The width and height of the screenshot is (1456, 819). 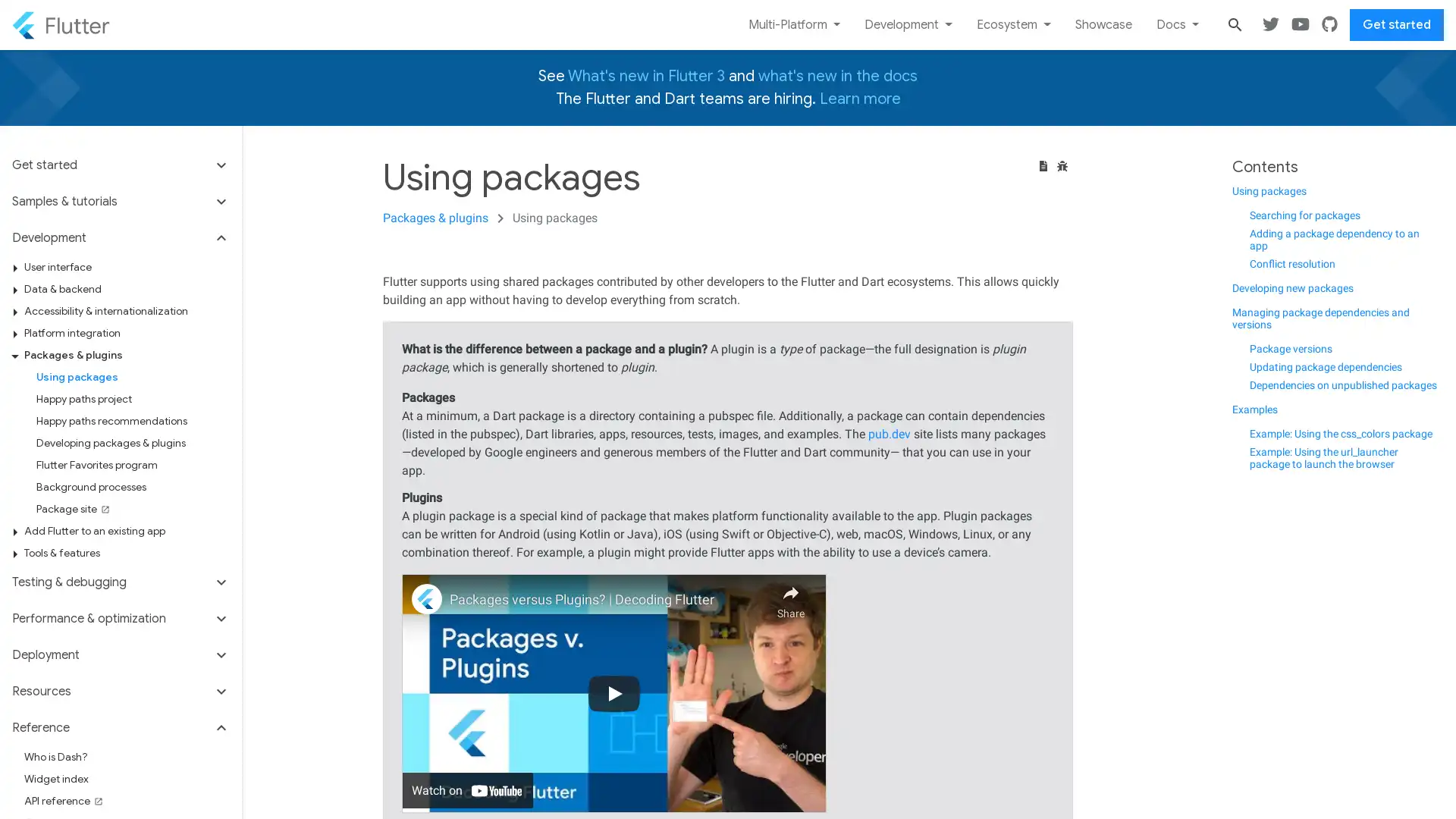 I want to click on Get started keyboard_arrow_down, so click(x=120, y=169).